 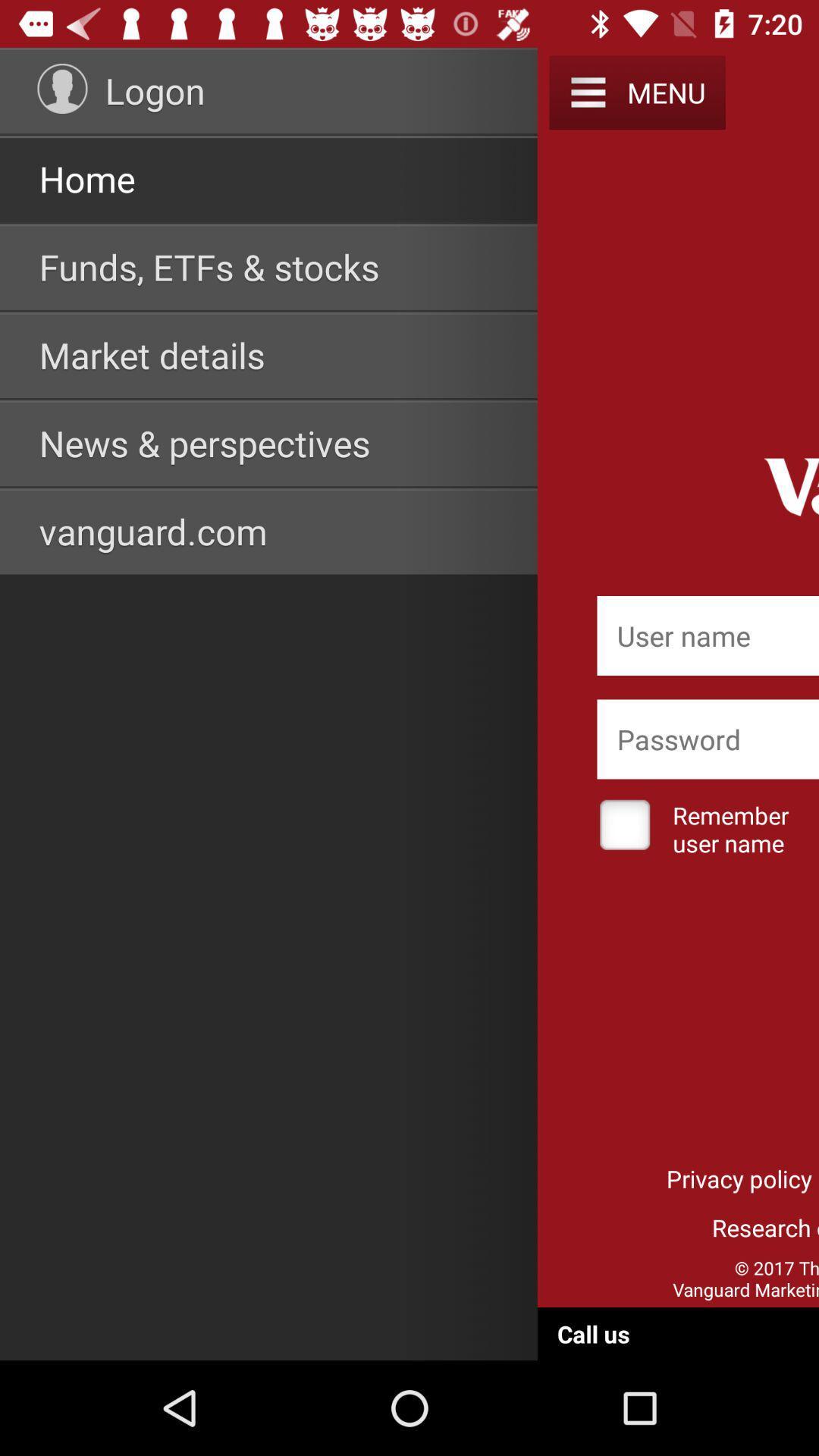 What do you see at coordinates (739, 1178) in the screenshot?
I see `the privacy policy icon` at bounding box center [739, 1178].